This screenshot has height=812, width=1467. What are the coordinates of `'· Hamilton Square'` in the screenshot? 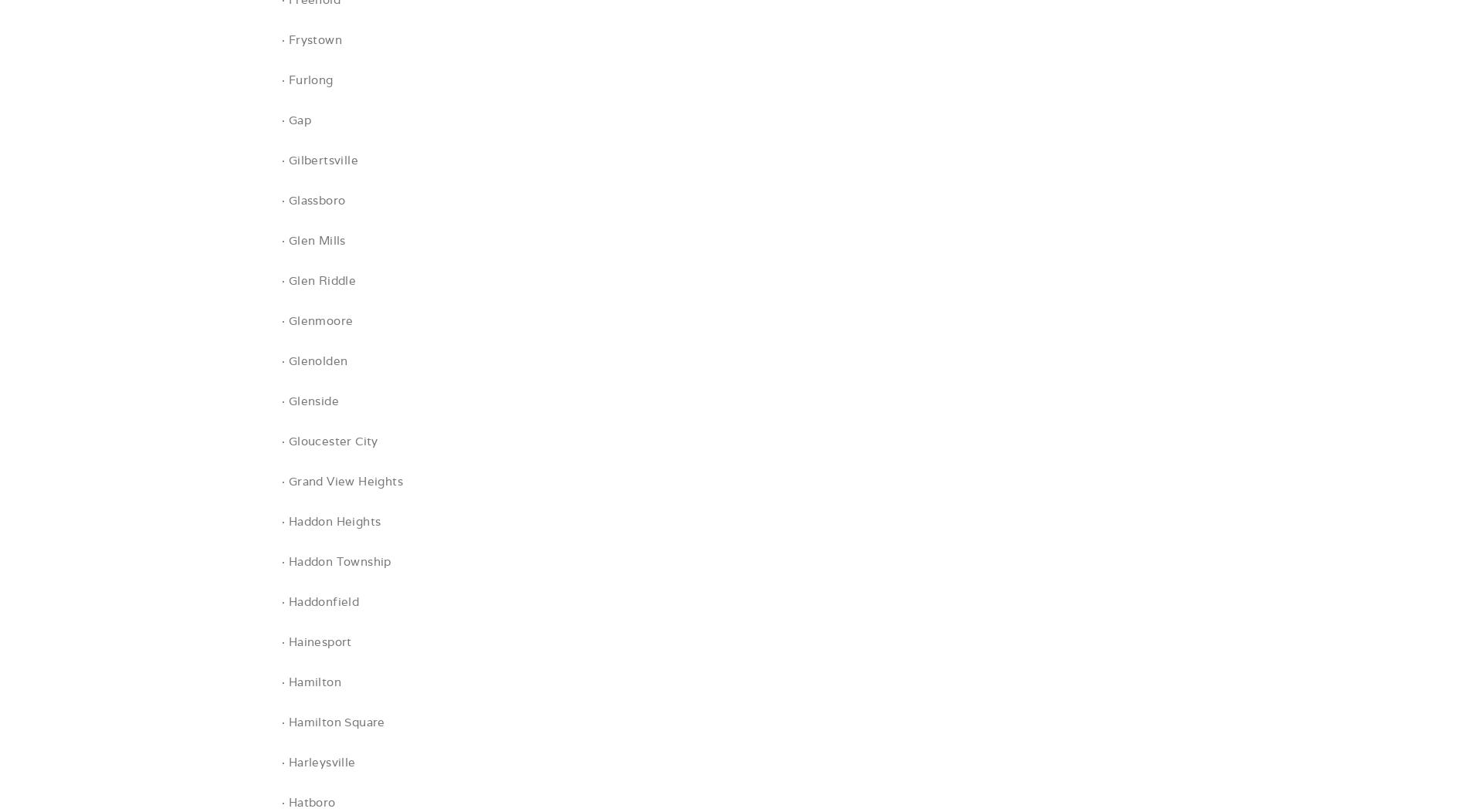 It's located at (332, 721).